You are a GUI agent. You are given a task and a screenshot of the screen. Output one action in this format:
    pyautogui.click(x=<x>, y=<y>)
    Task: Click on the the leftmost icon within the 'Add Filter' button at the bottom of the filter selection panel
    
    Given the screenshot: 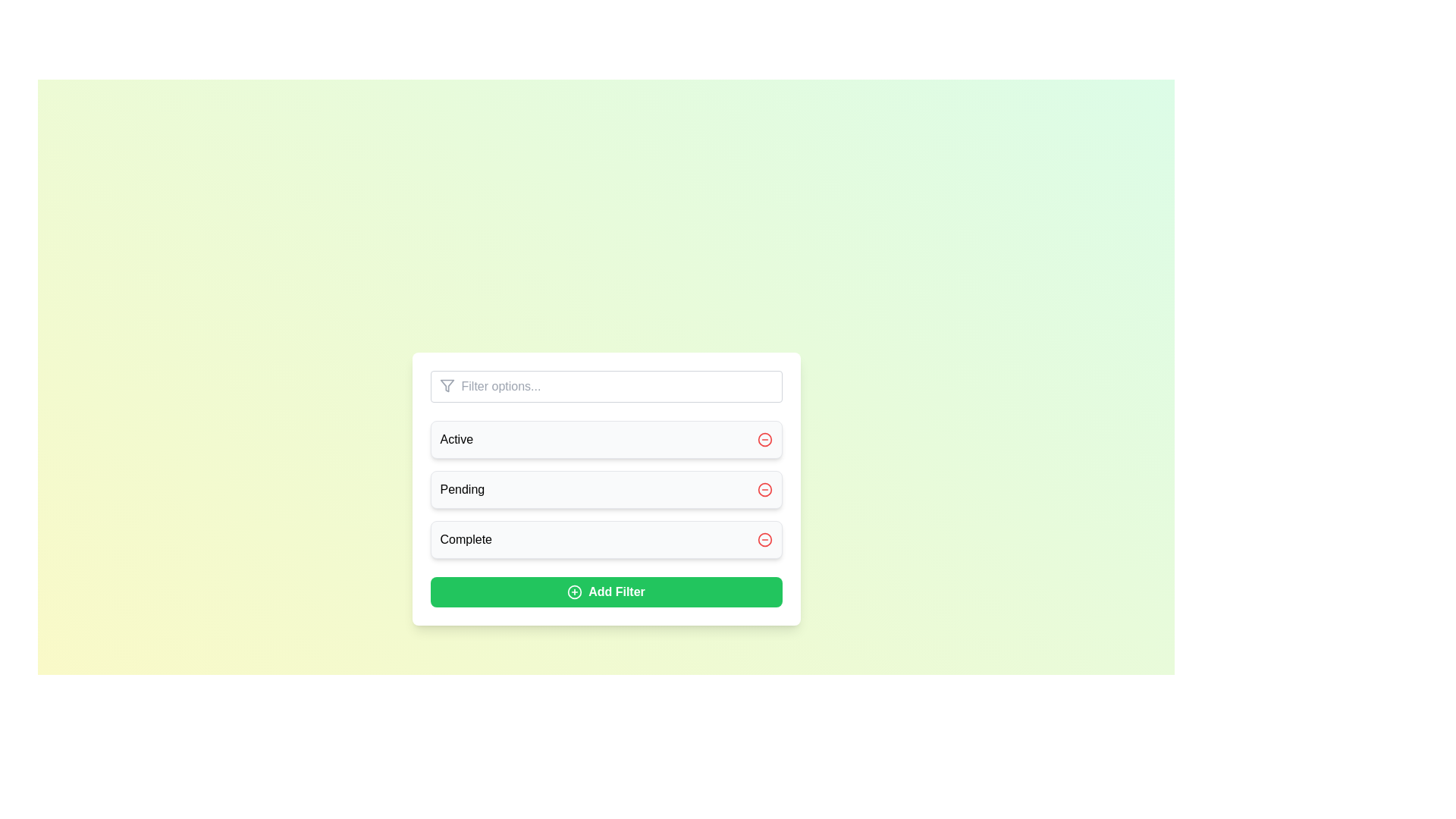 What is the action you would take?
    pyautogui.click(x=574, y=591)
    